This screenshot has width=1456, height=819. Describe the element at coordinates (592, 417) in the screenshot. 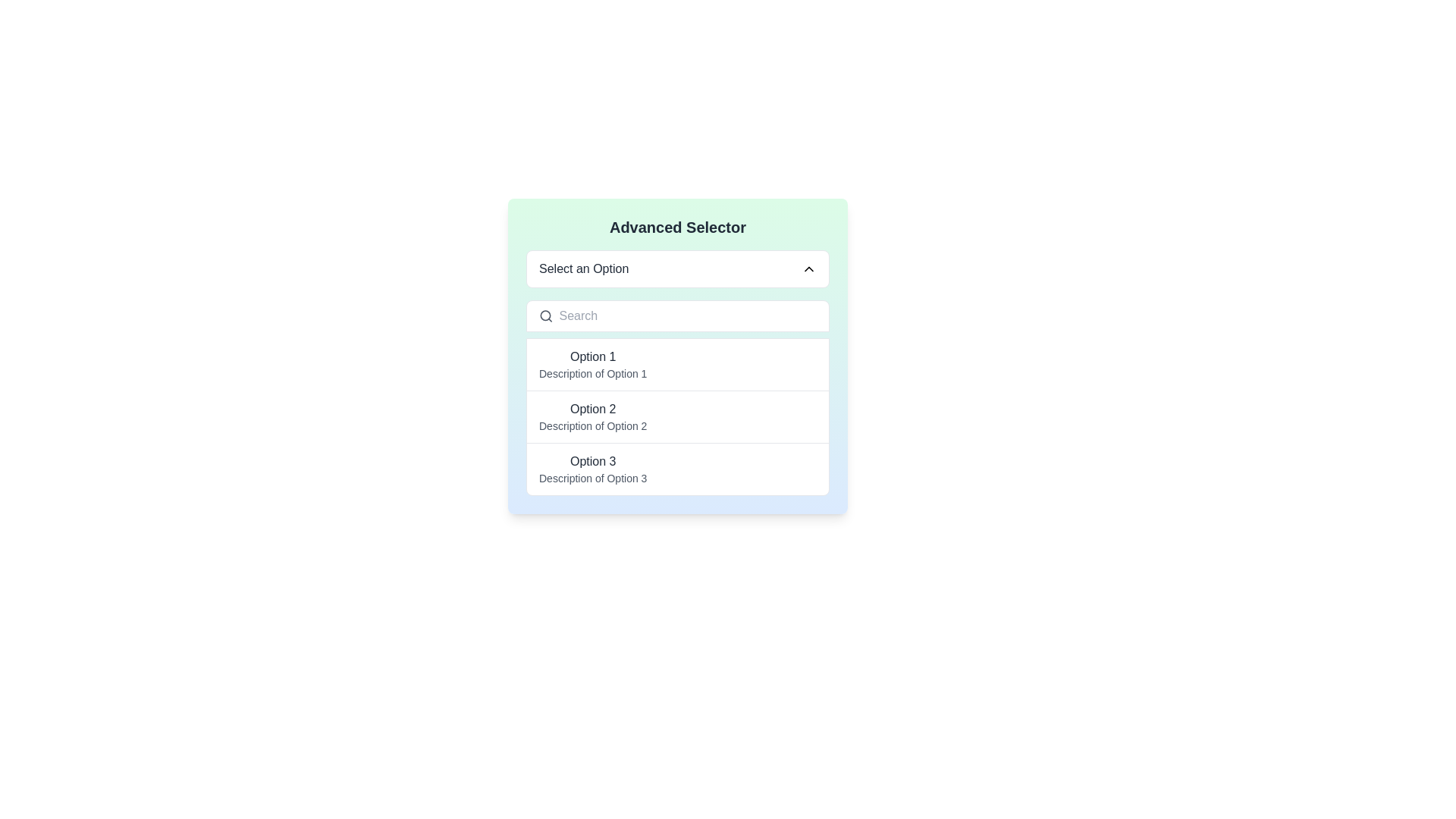

I see `the second item in the dropdown menu labeled 'Option 2'` at that location.